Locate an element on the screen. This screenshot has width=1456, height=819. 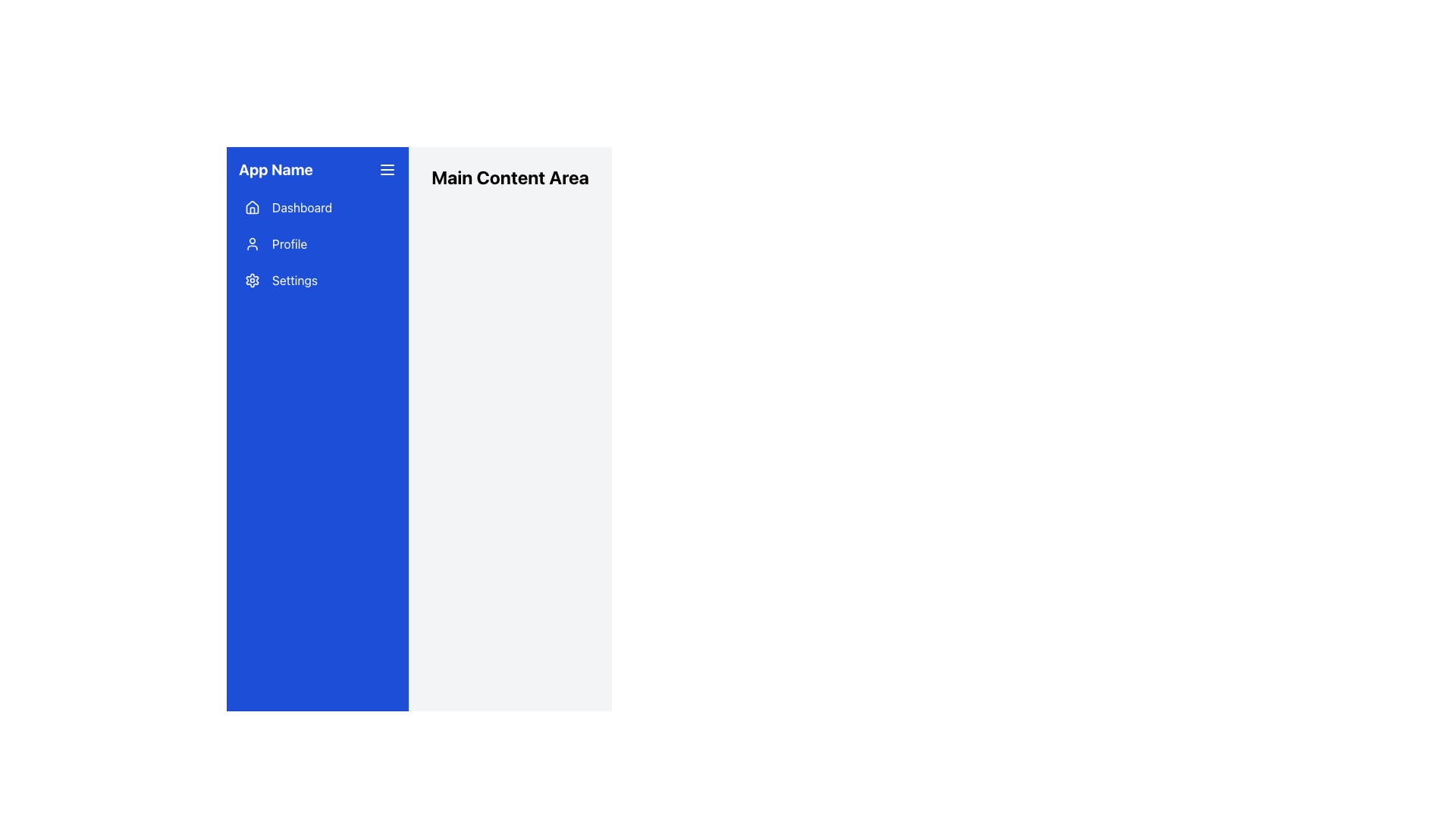
the 'Profile' text label in the vertical navigation sidebar, located between 'Dashboard' and 'Settings' is located at coordinates (290, 243).